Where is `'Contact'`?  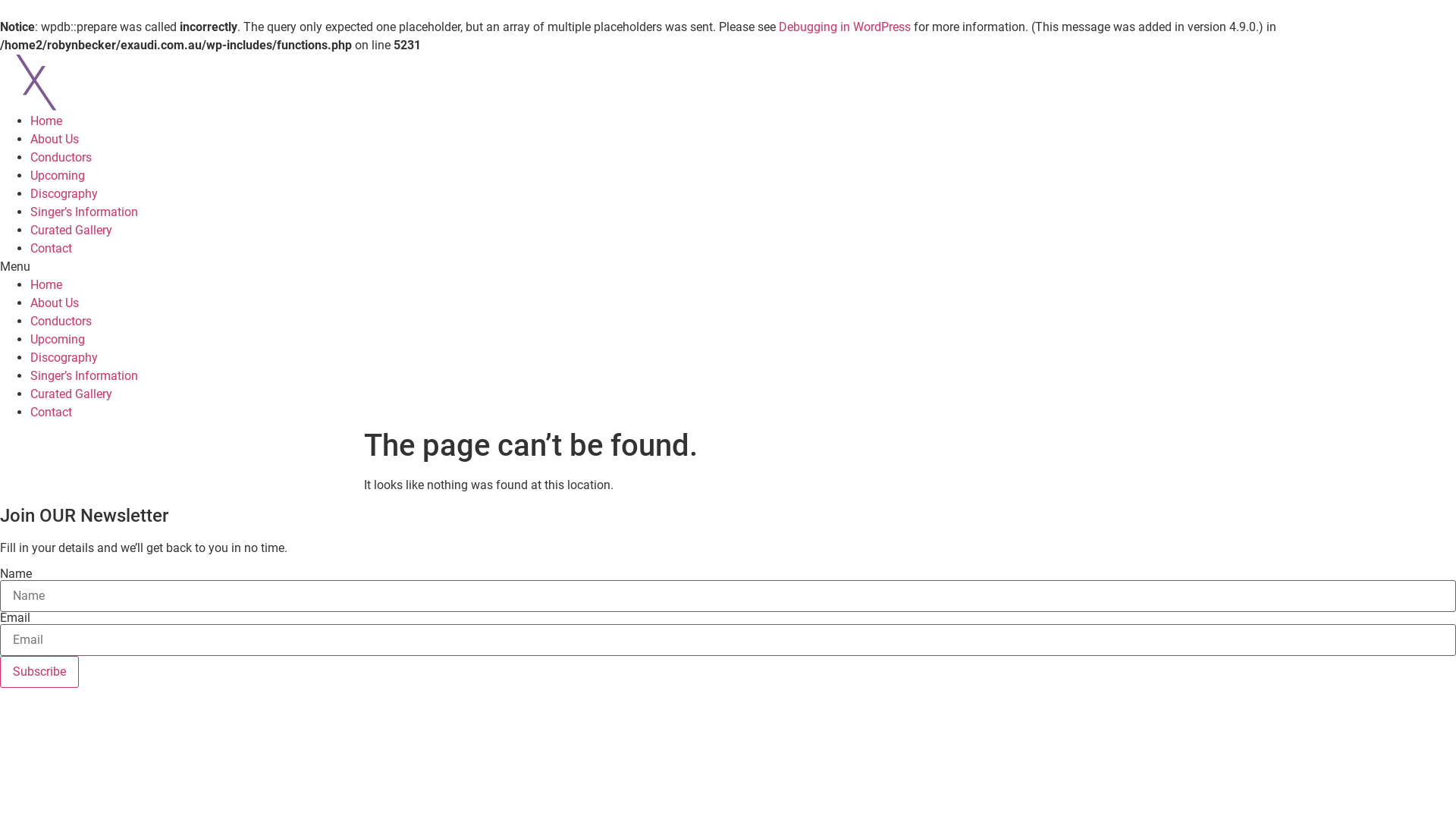 'Contact' is located at coordinates (51, 247).